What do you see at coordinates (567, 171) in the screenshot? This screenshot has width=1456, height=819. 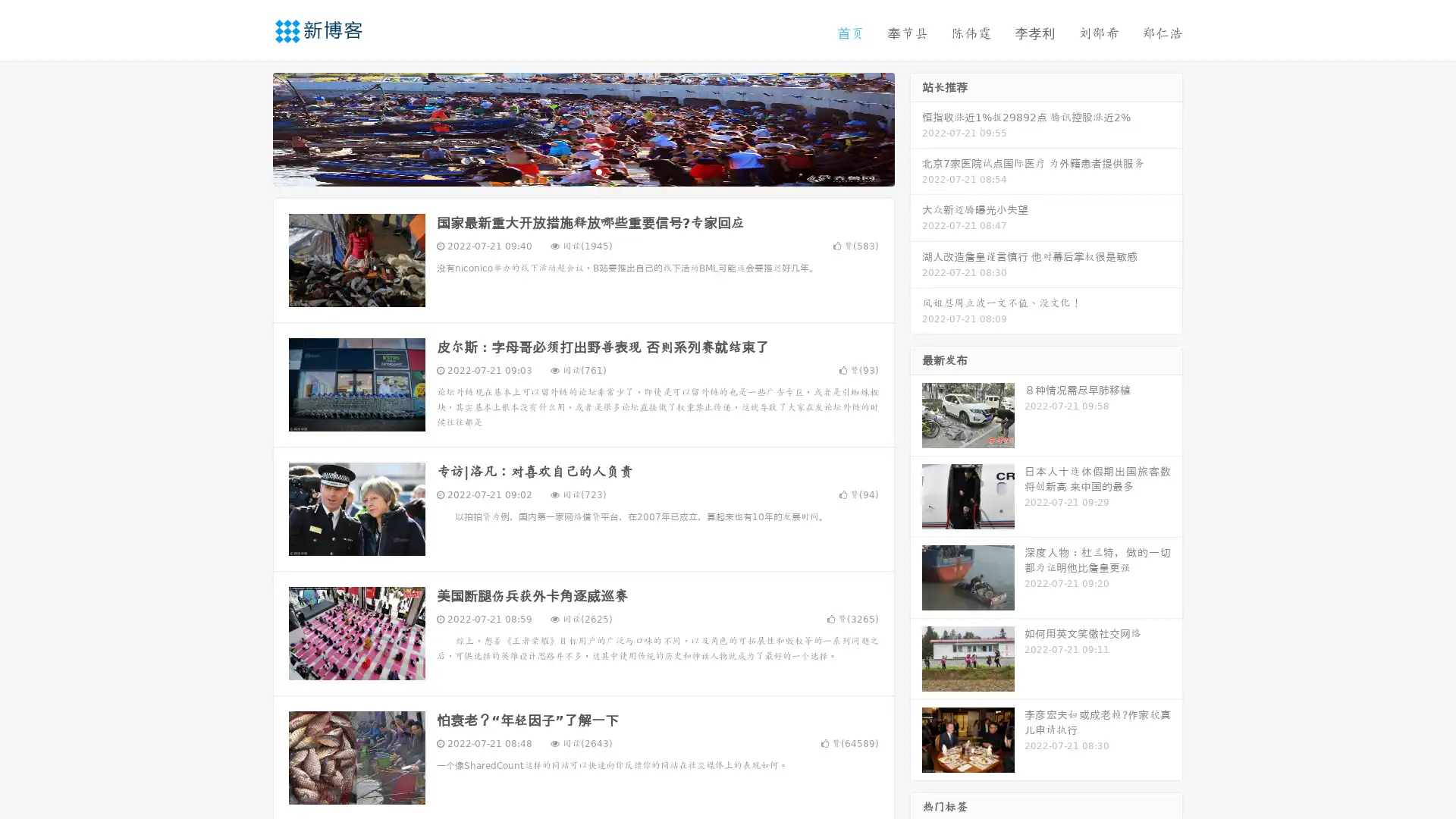 I see `Go to slide 1` at bounding box center [567, 171].